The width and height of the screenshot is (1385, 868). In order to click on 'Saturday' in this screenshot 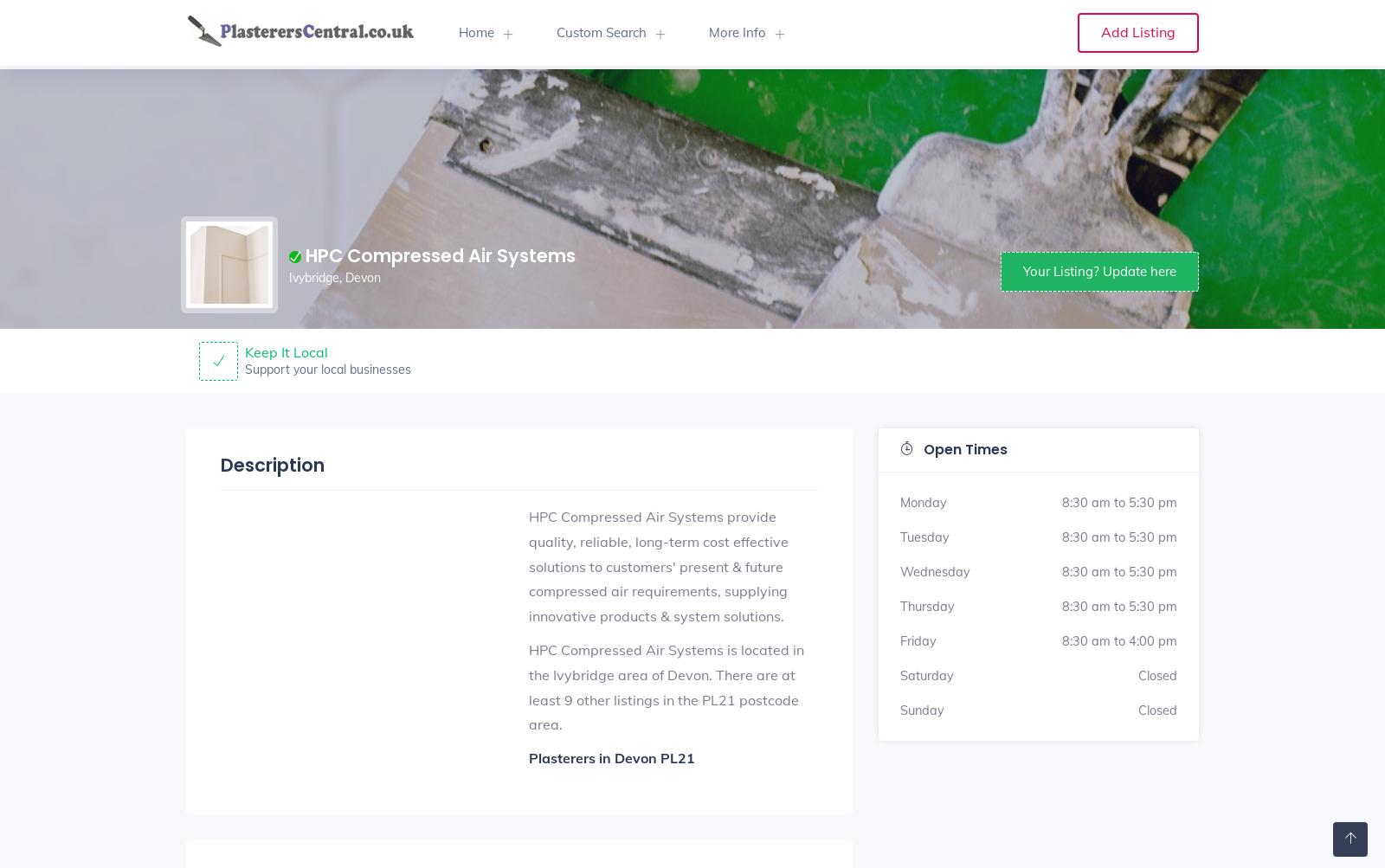, I will do `click(927, 674)`.